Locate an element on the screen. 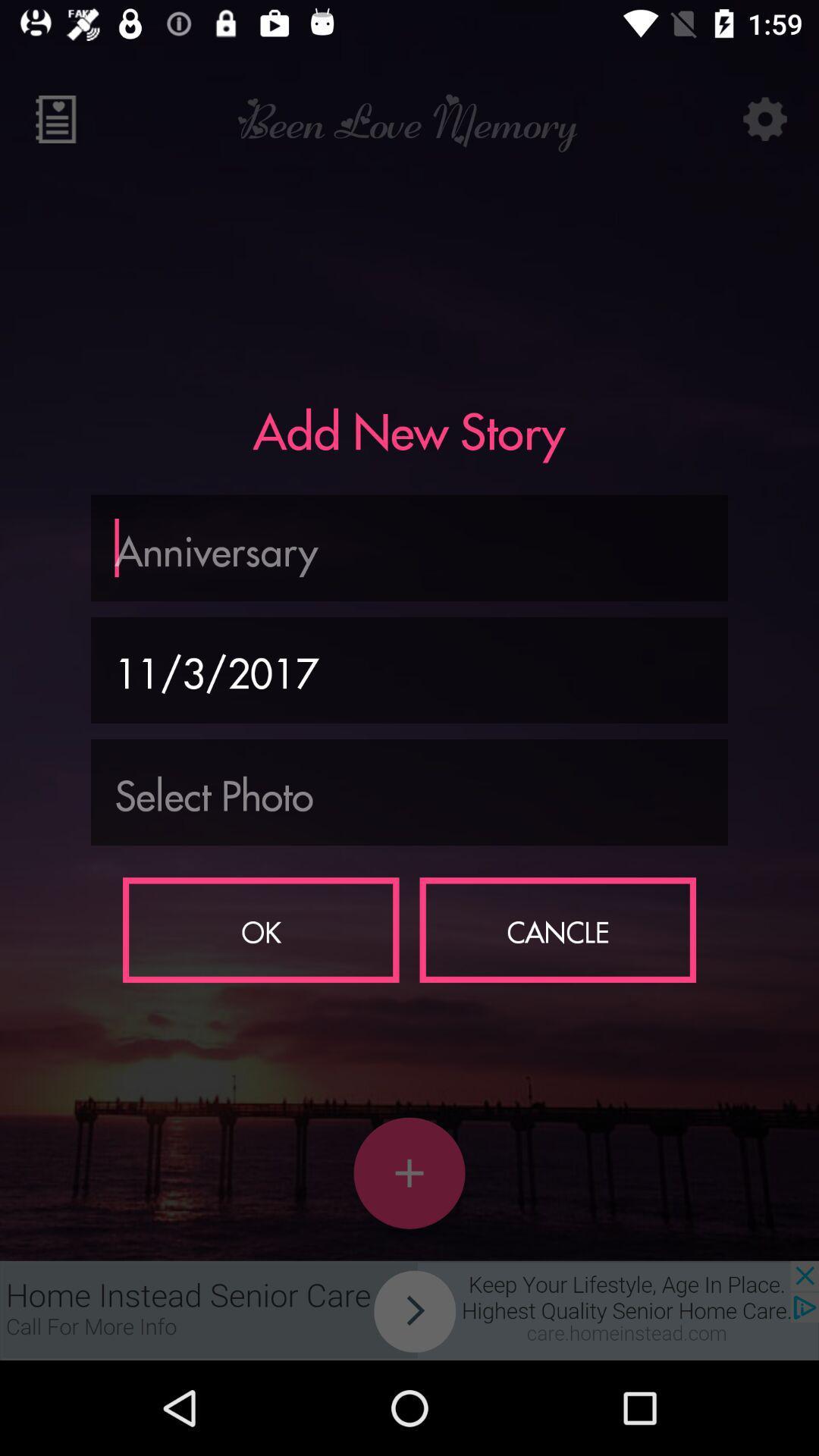  cancle item is located at coordinates (557, 929).